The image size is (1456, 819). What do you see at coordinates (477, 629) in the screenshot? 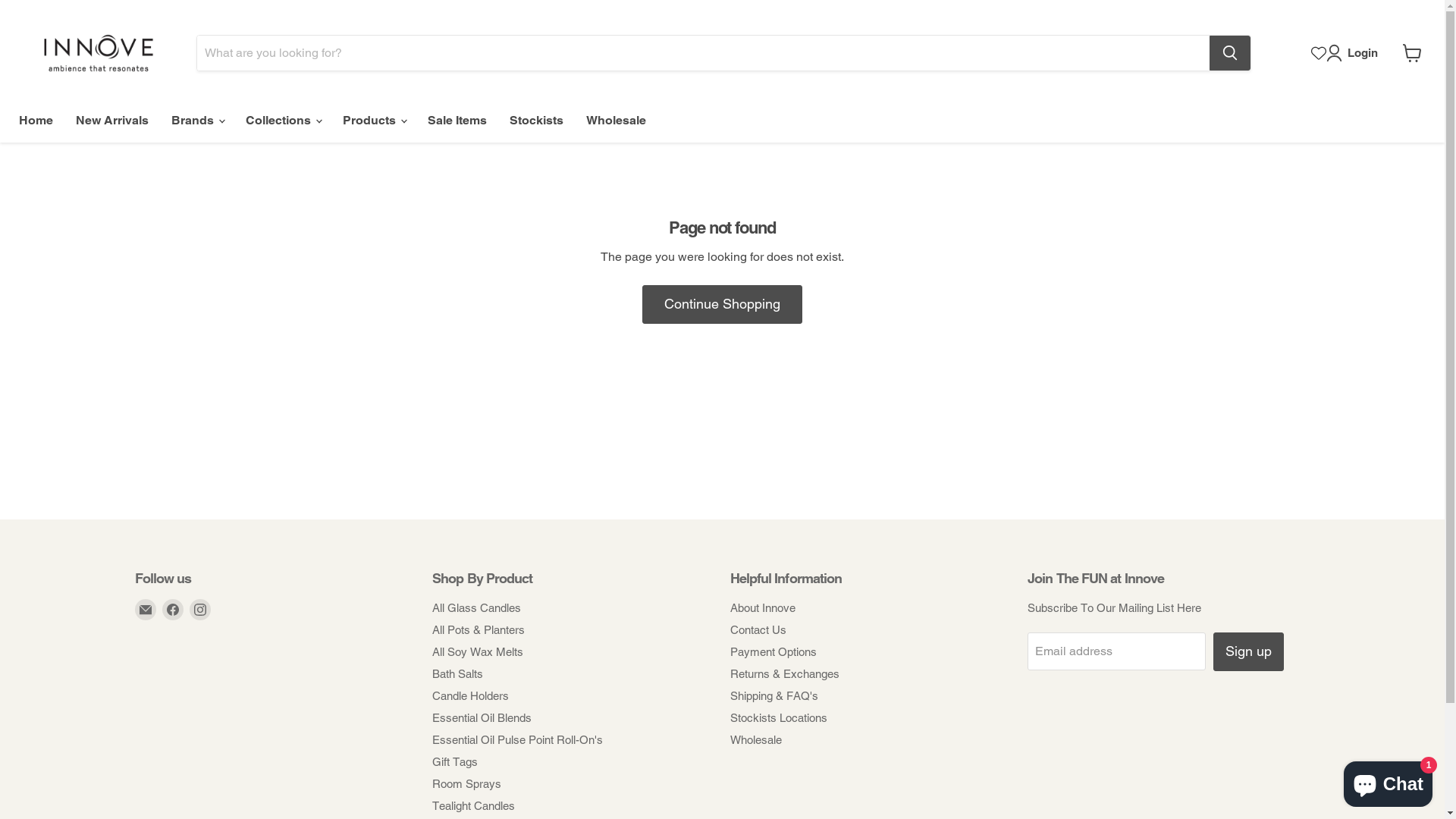
I see `'All Pots & Planters'` at bounding box center [477, 629].